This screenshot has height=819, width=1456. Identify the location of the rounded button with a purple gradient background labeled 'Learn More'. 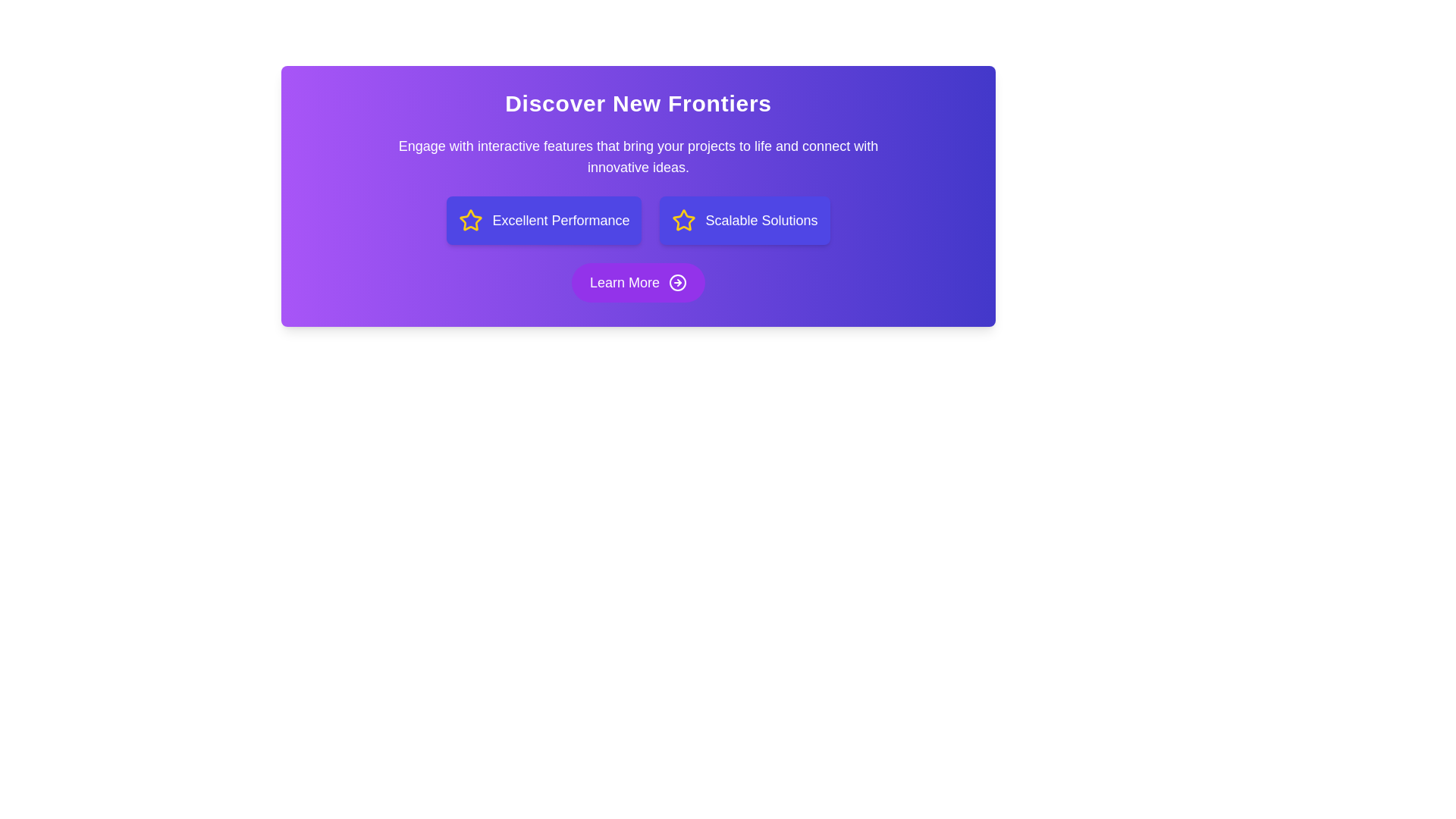
(638, 283).